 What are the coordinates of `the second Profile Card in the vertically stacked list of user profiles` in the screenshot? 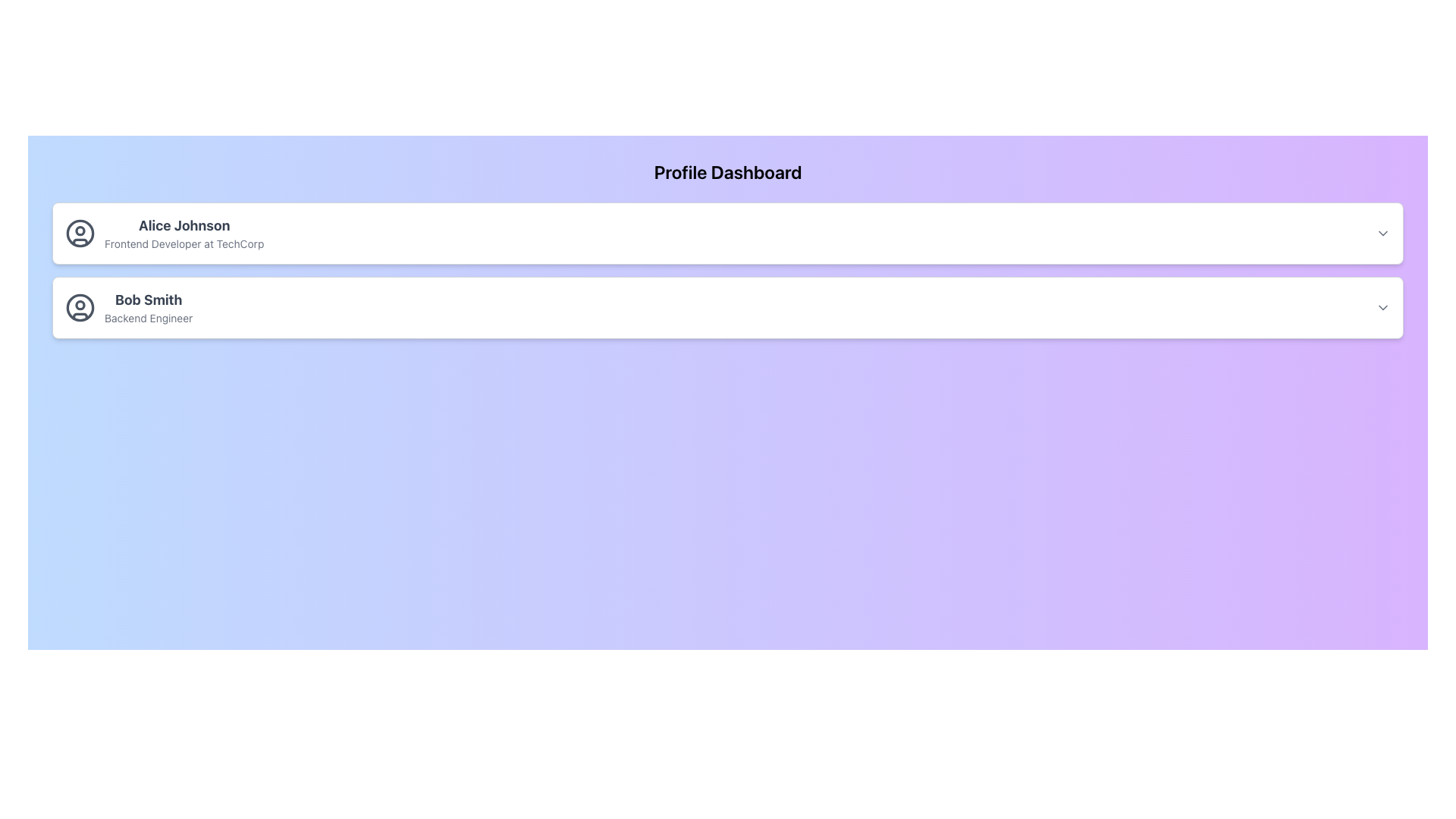 It's located at (728, 307).